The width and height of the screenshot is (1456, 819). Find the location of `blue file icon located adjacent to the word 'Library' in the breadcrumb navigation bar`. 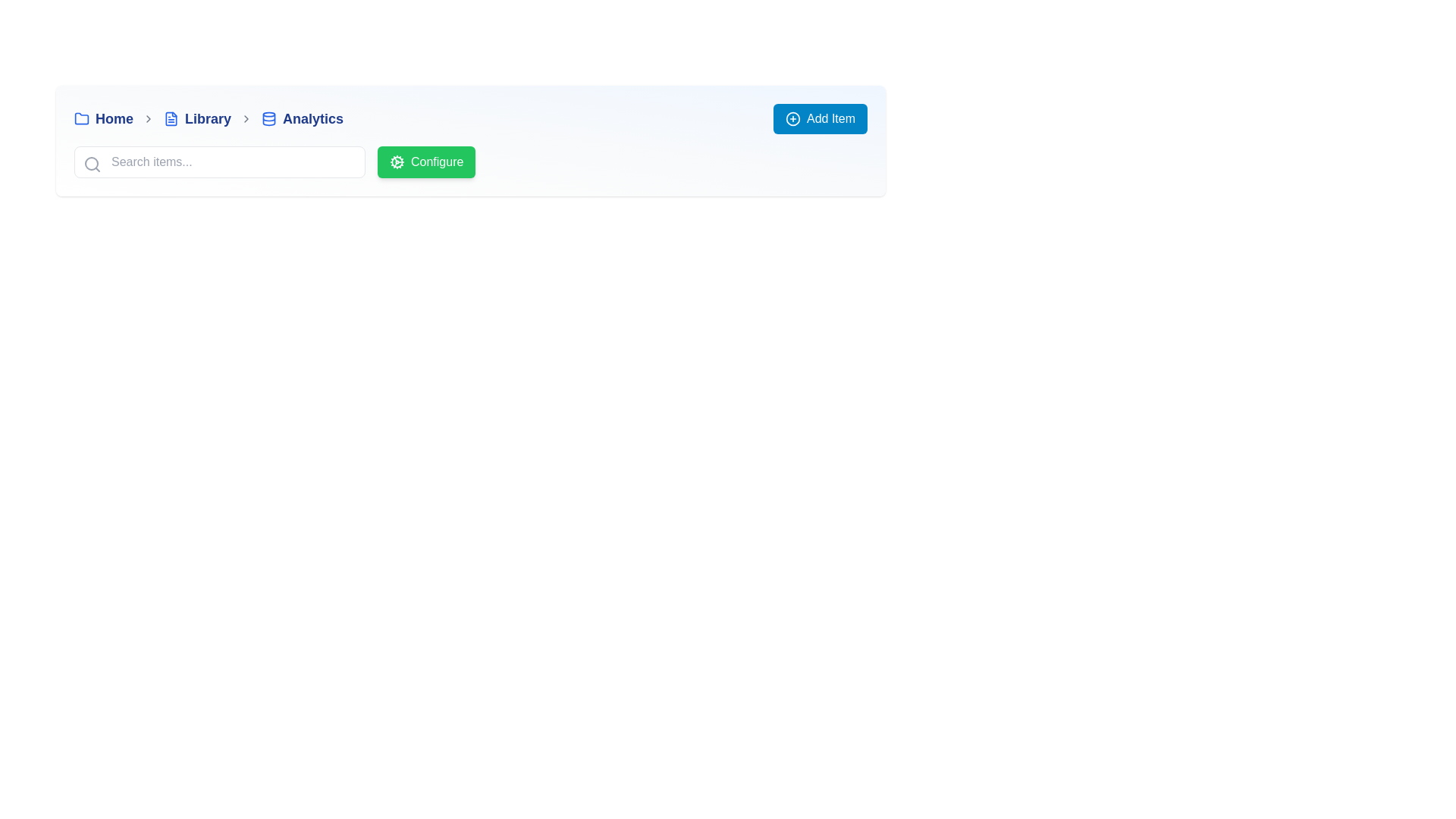

blue file icon located adjacent to the word 'Library' in the breadcrumb navigation bar is located at coordinates (171, 118).